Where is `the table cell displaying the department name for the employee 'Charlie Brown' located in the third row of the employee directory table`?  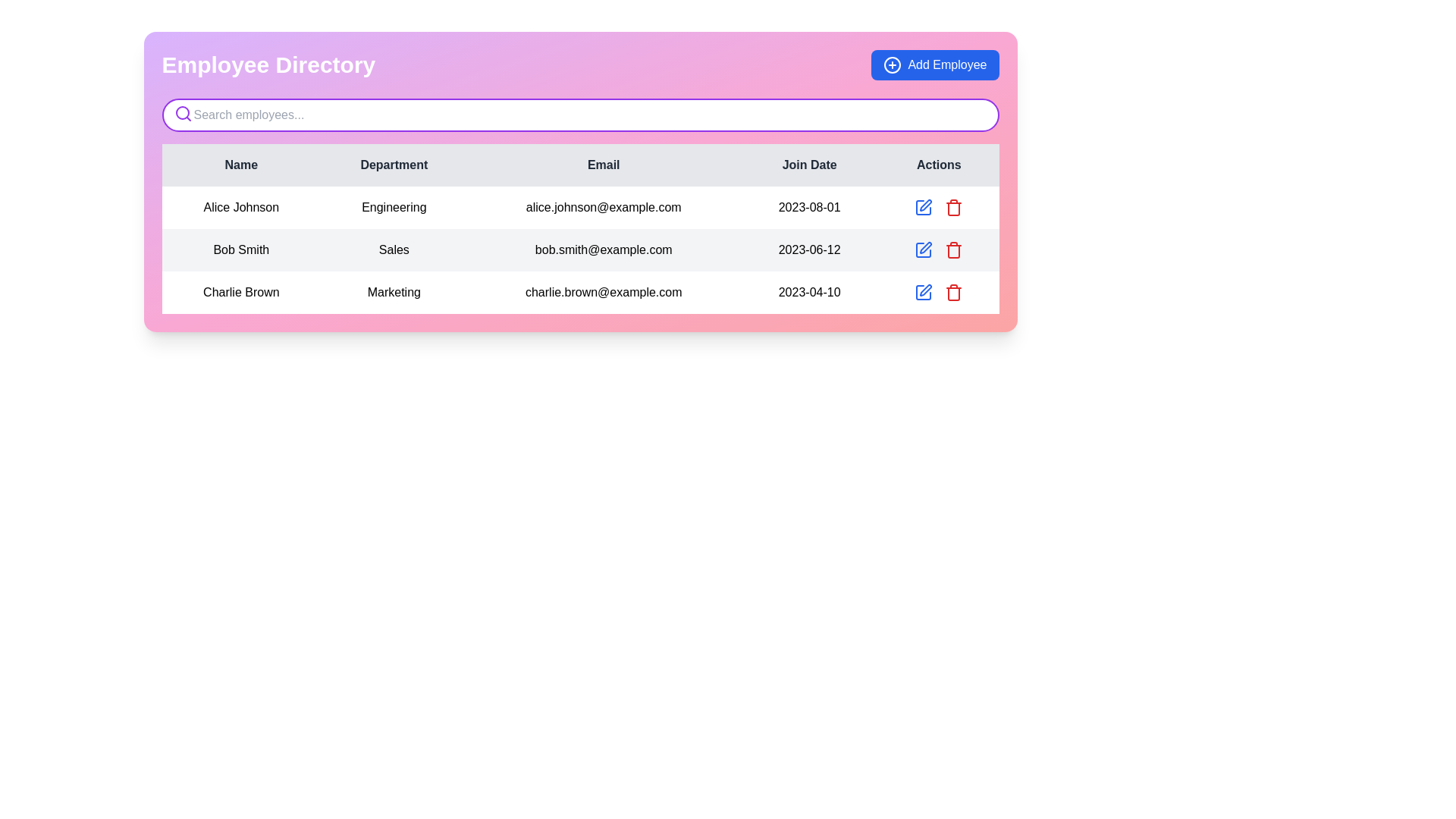 the table cell displaying the department name for the employee 'Charlie Brown' located in the third row of the employee directory table is located at coordinates (394, 292).